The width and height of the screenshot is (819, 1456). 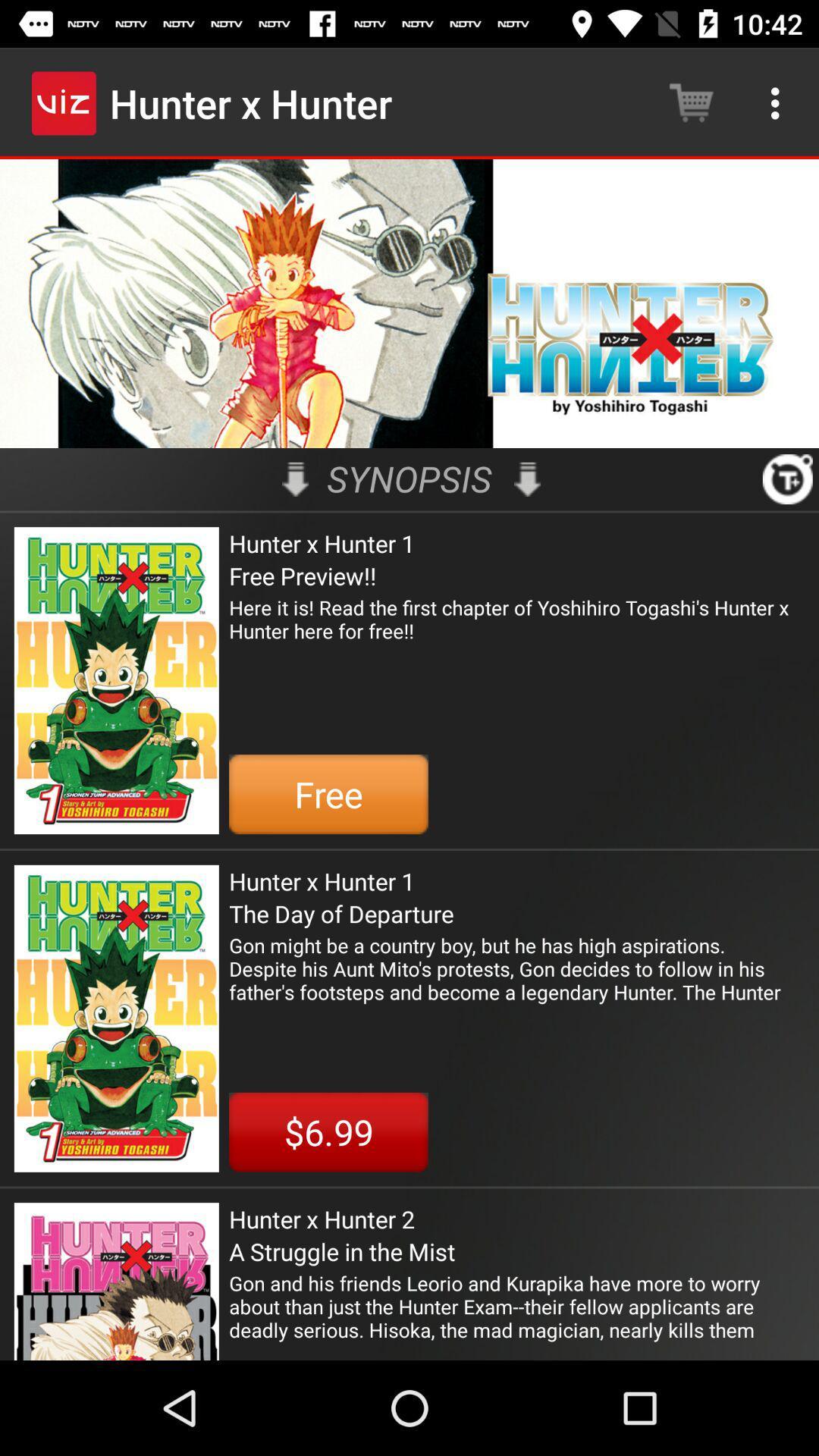 I want to click on the icon above hunter x hunter icon, so click(x=526, y=479).